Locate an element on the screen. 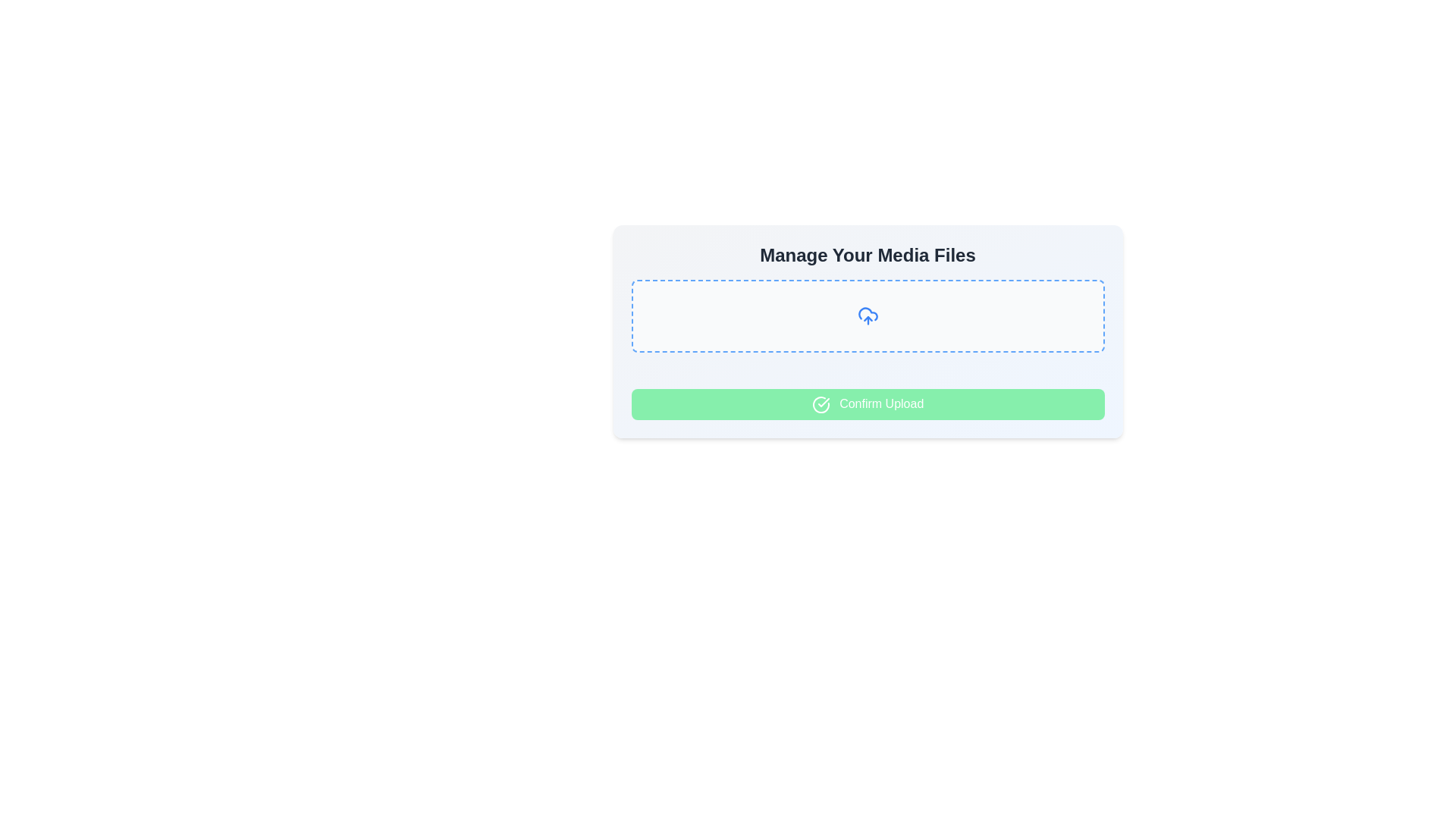  and drop files into the File upload drop area, which is a rectangular area with dashed borders and a central upload icon, located beneath 'Manage Your Media Files' and above the 'Confirm Upload' button is located at coordinates (868, 315).